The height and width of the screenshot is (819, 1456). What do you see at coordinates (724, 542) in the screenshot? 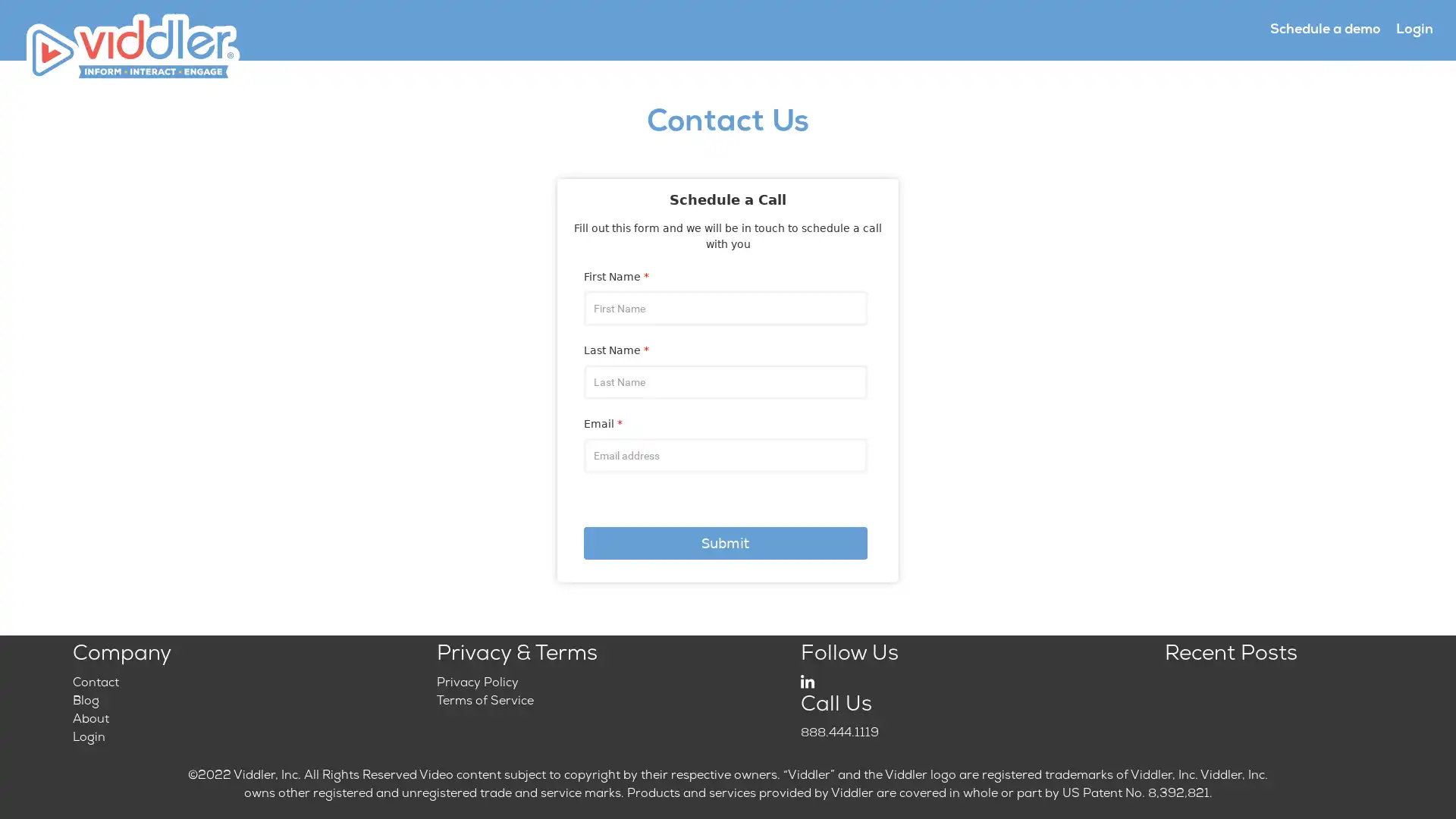
I see `Submit` at bounding box center [724, 542].